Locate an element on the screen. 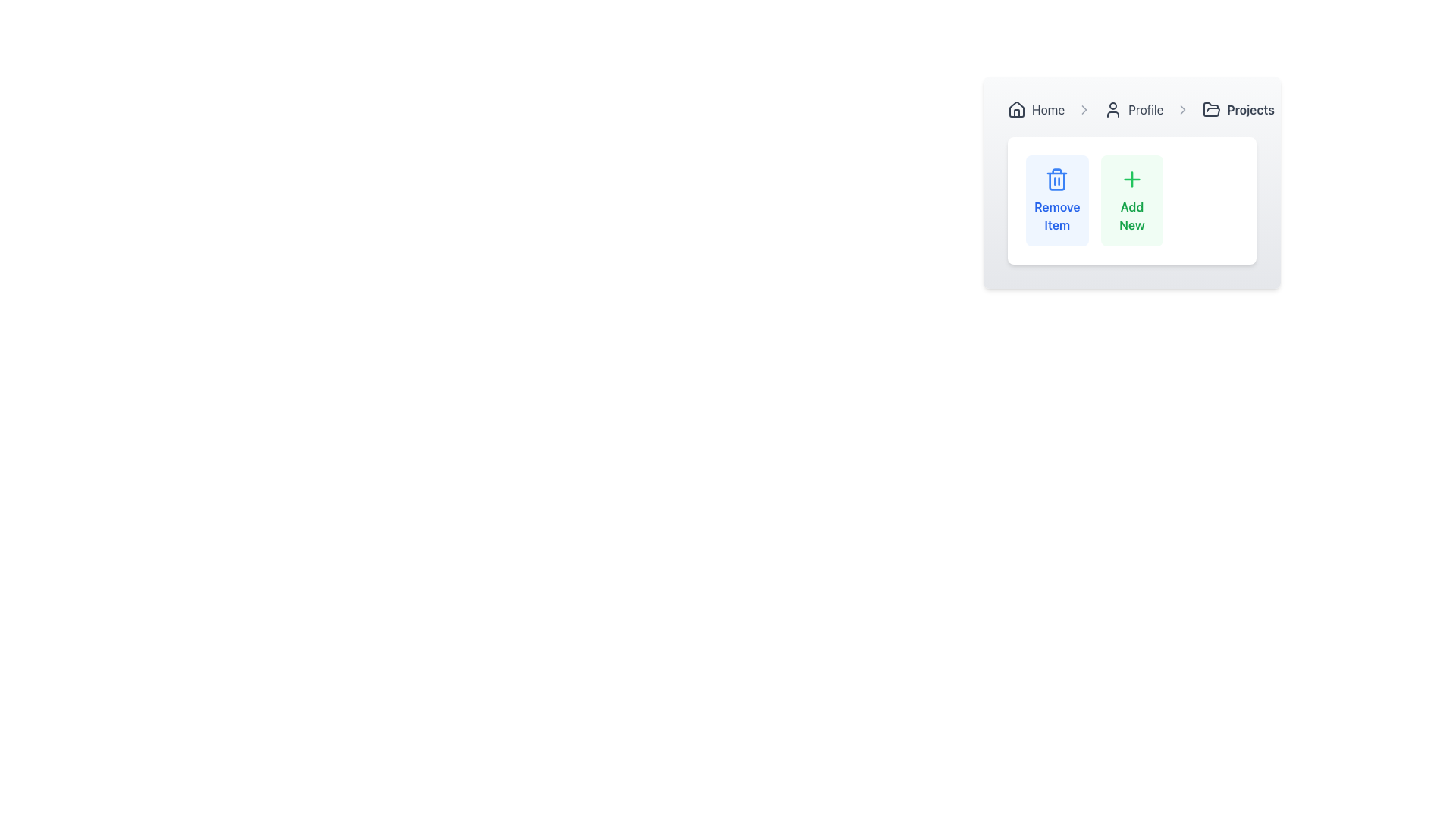 The image size is (1456, 819). the hollow house outline icon located at the far left of the navigation bar next to the 'Home' label is located at coordinates (1016, 108).